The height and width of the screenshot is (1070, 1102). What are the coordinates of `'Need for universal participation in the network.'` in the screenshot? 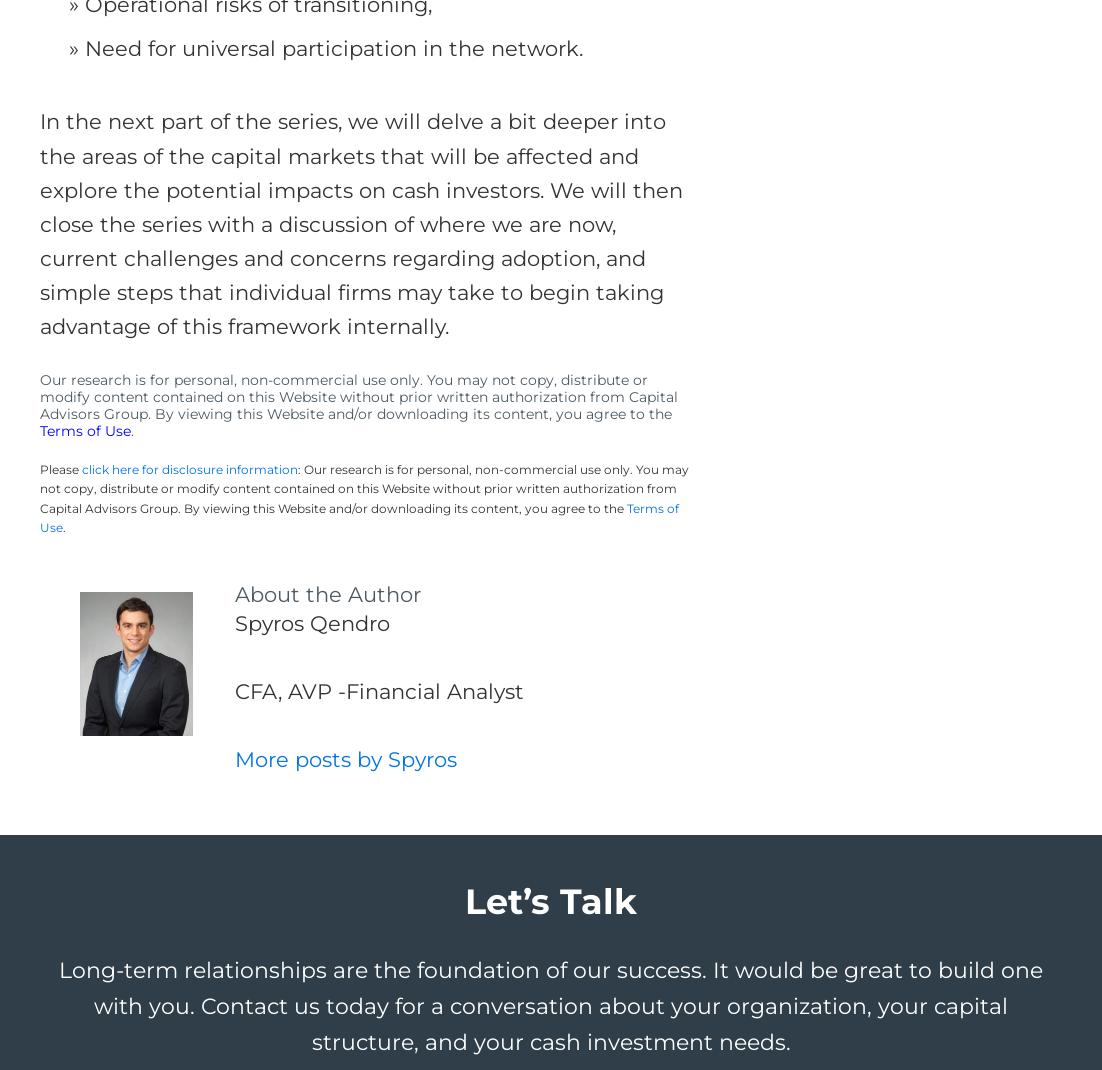 It's located at (333, 46).